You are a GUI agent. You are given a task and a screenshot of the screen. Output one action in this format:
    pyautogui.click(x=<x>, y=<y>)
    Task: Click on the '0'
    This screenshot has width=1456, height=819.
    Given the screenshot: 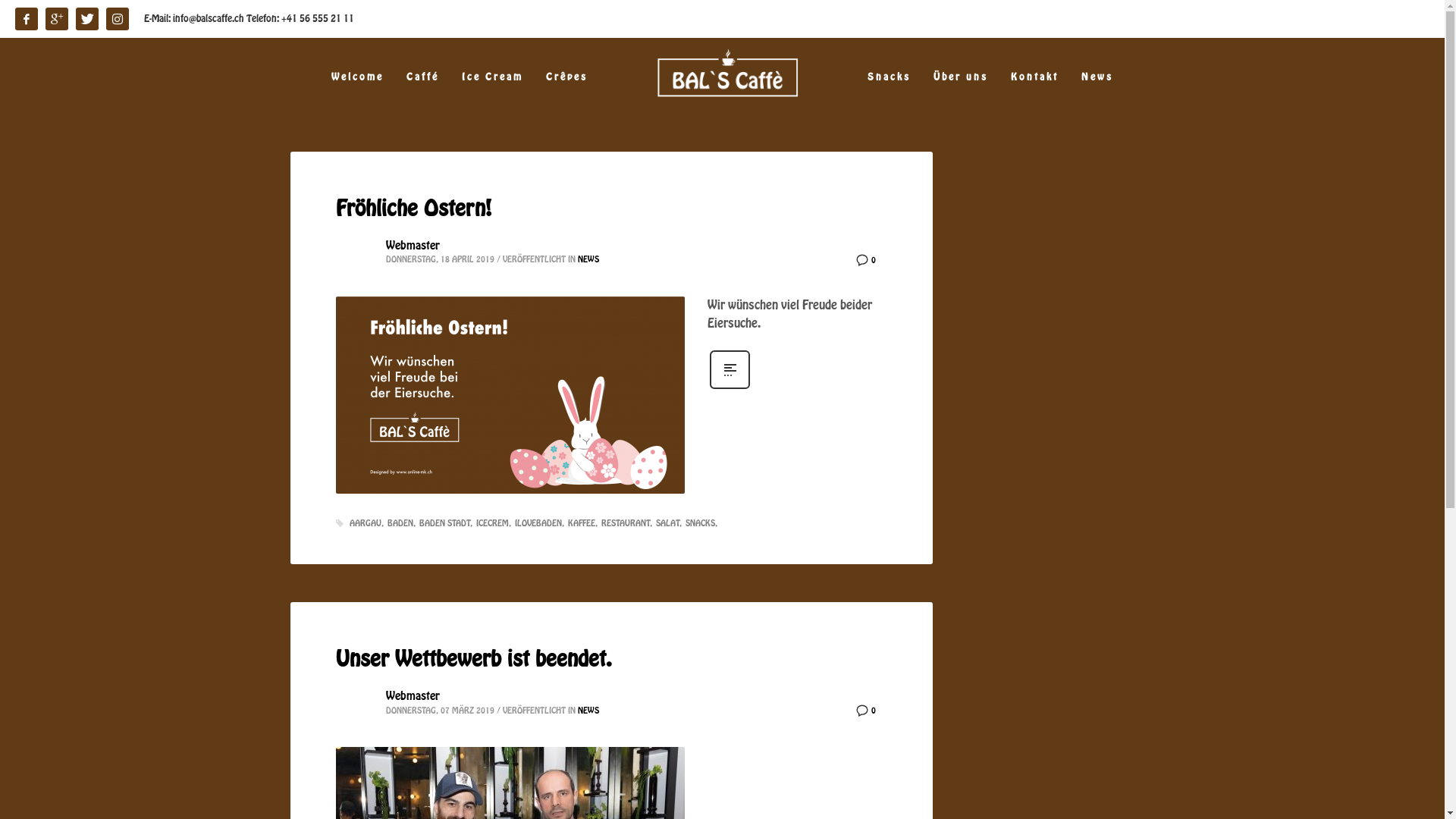 What is the action you would take?
    pyautogui.click(x=865, y=259)
    